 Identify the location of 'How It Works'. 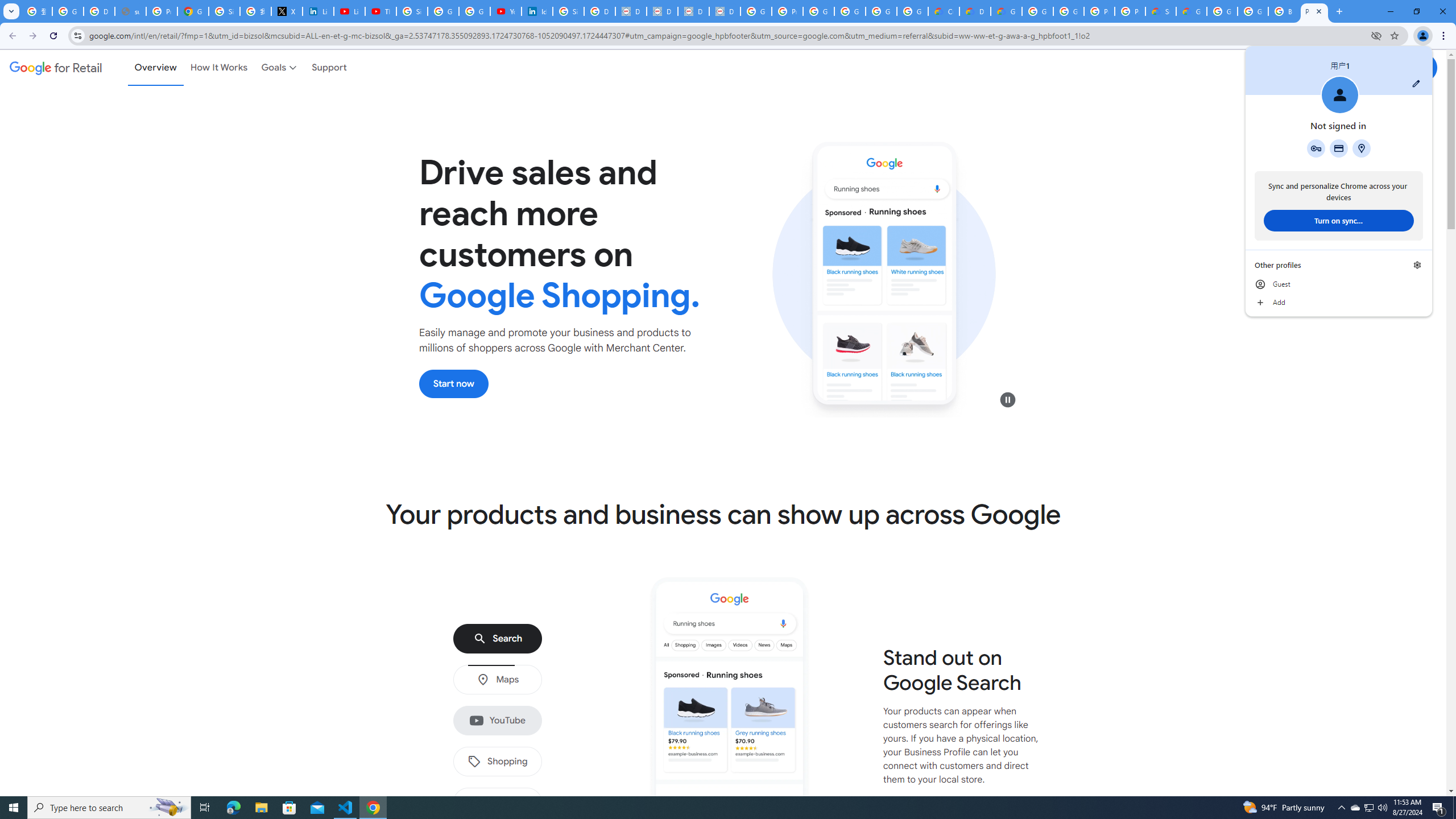
(218, 67).